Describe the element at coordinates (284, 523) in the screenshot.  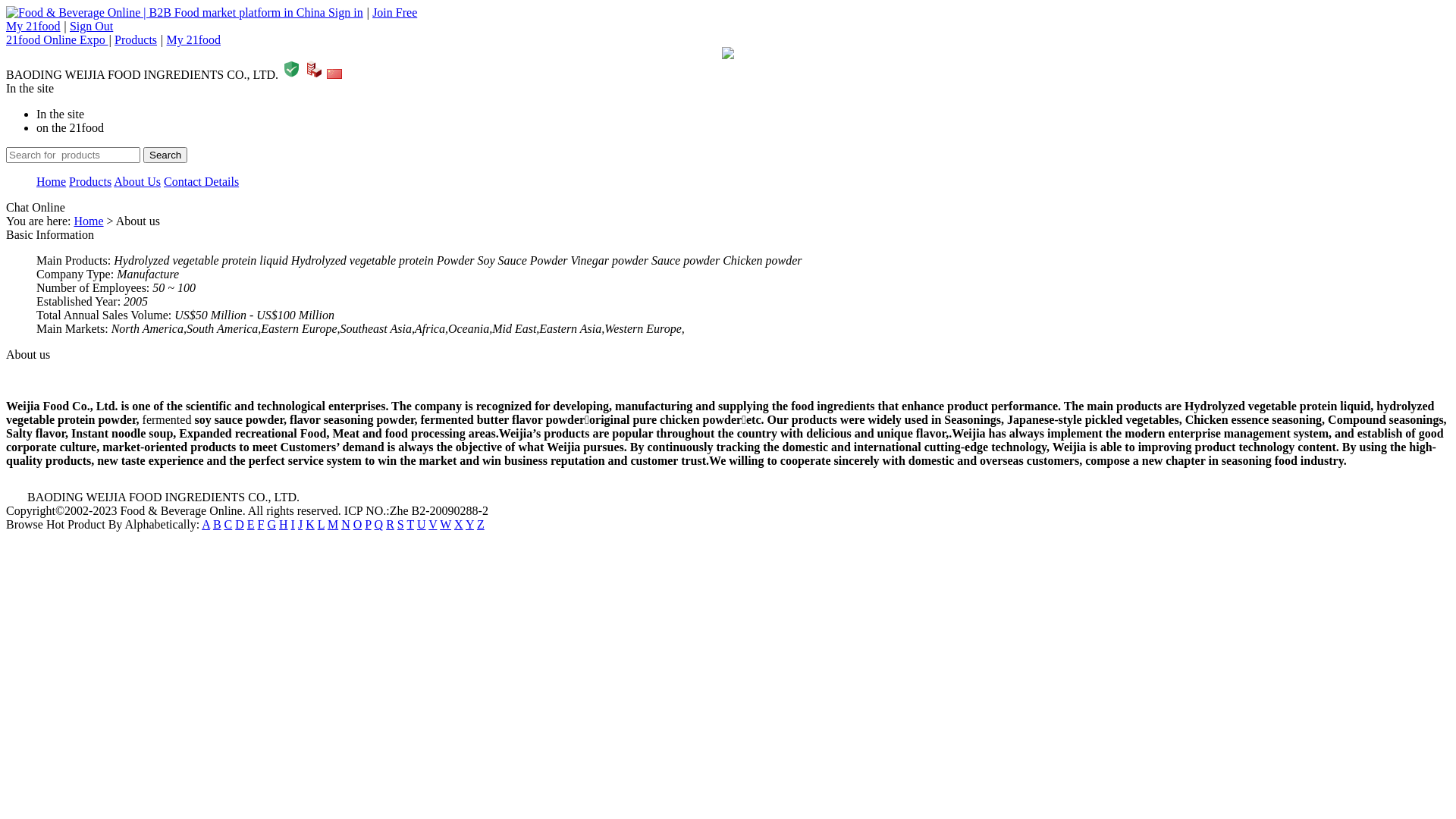
I see `'H'` at that location.